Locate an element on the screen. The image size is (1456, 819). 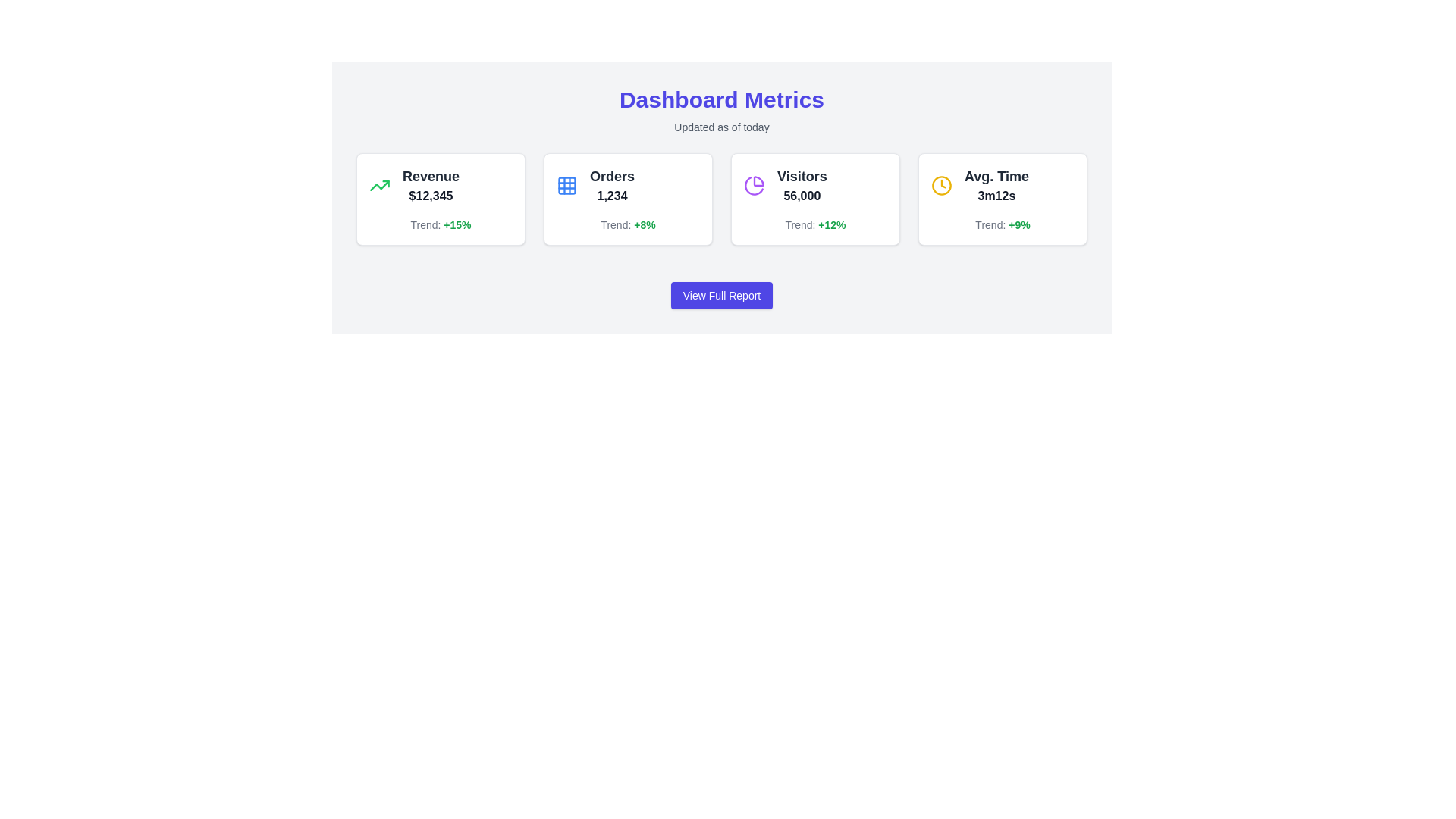
the Text label indicating a 12% increase for the 'Visitors' metric located in the 'Trend' section of the middle metric card is located at coordinates (831, 225).